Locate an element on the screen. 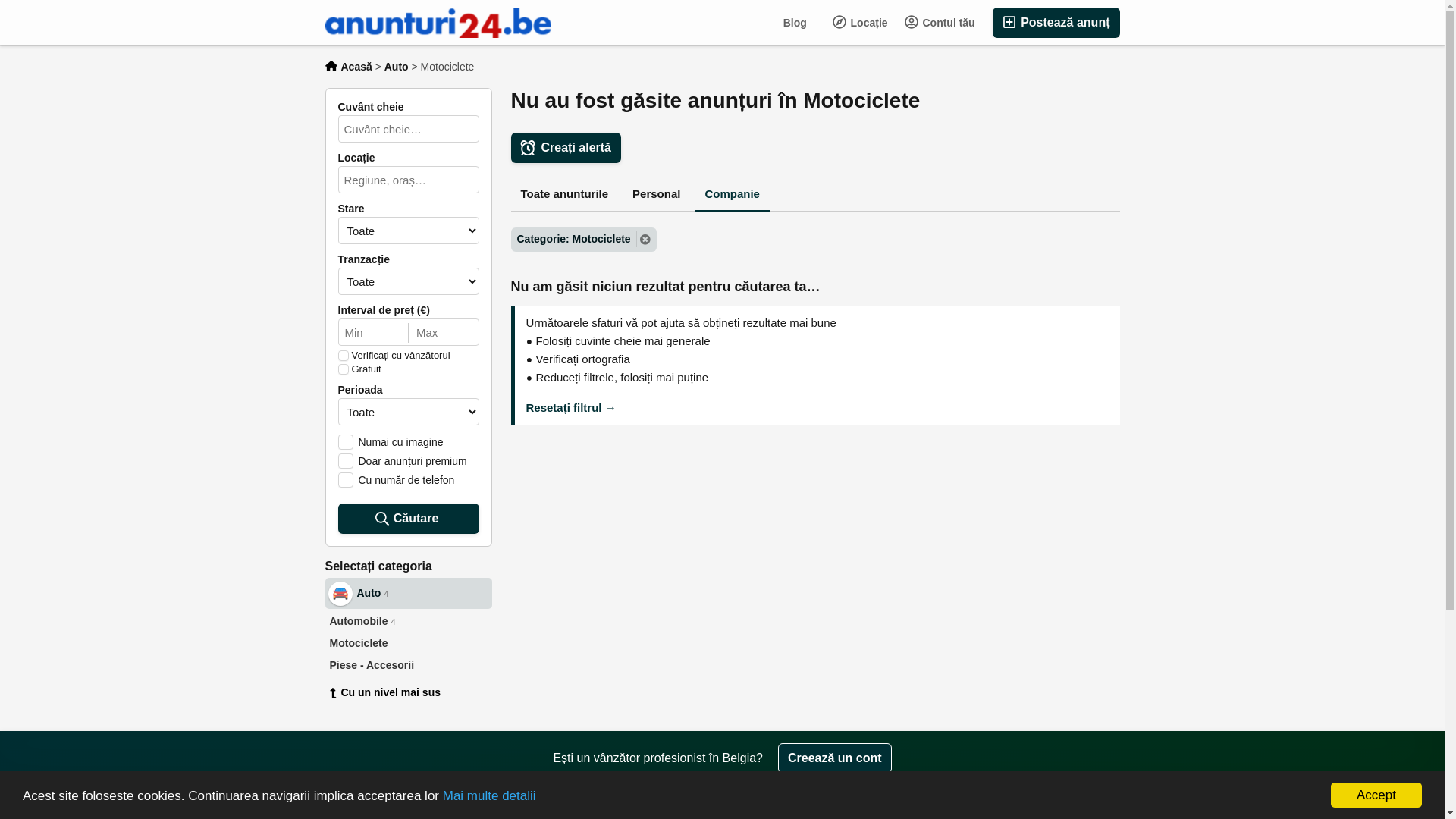 The width and height of the screenshot is (1456, 819). 'Motociclete' is located at coordinates (323, 643).